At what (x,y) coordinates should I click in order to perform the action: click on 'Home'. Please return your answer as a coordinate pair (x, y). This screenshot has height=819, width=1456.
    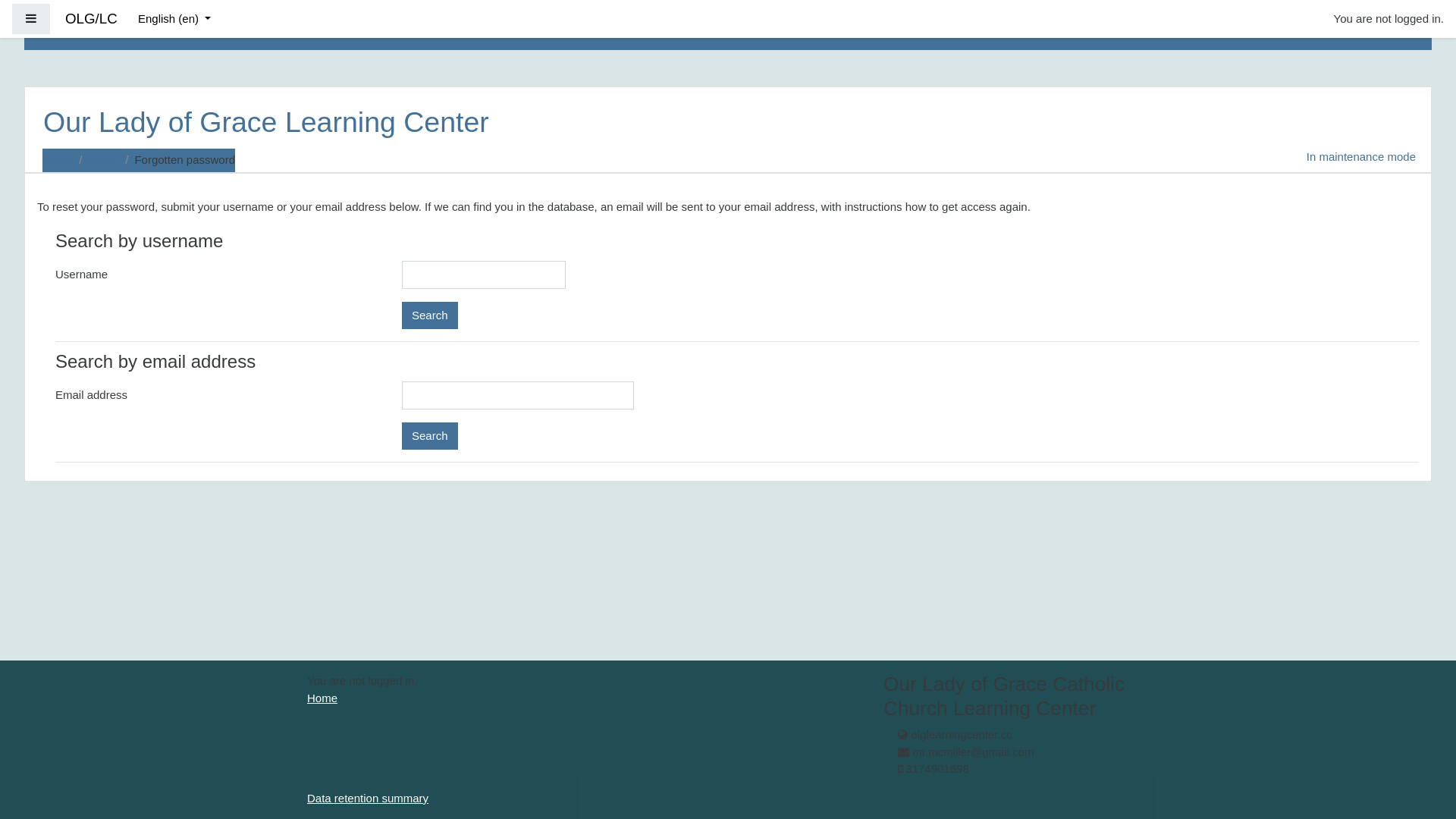
    Looking at the image, I should click on (322, 698).